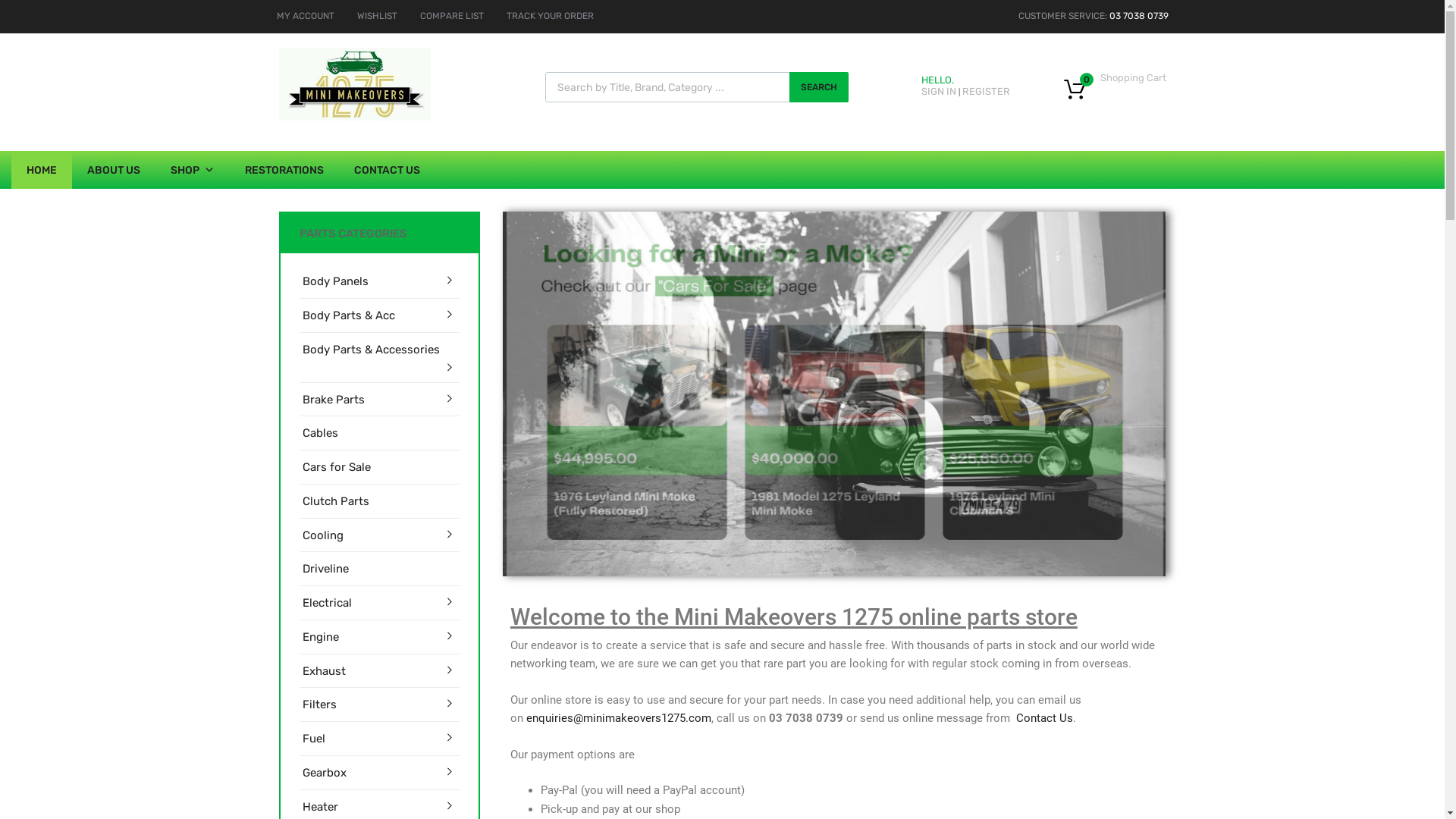  What do you see at coordinates (323, 773) in the screenshot?
I see `'Gearbox'` at bounding box center [323, 773].